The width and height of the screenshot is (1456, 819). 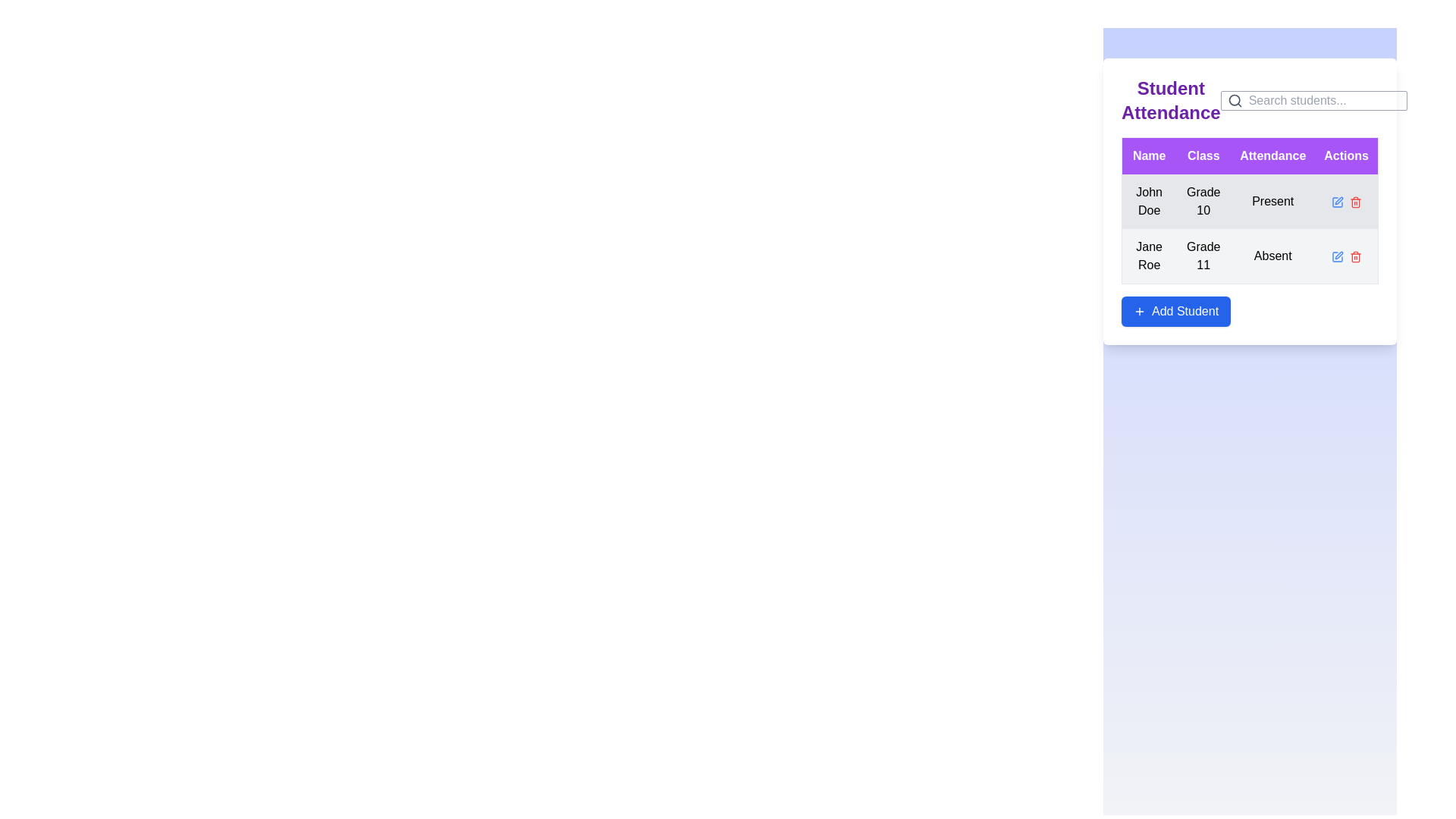 I want to click on the 'Class' header label, which is the second header in a row of four headers in the table's header section, so click(x=1203, y=155).